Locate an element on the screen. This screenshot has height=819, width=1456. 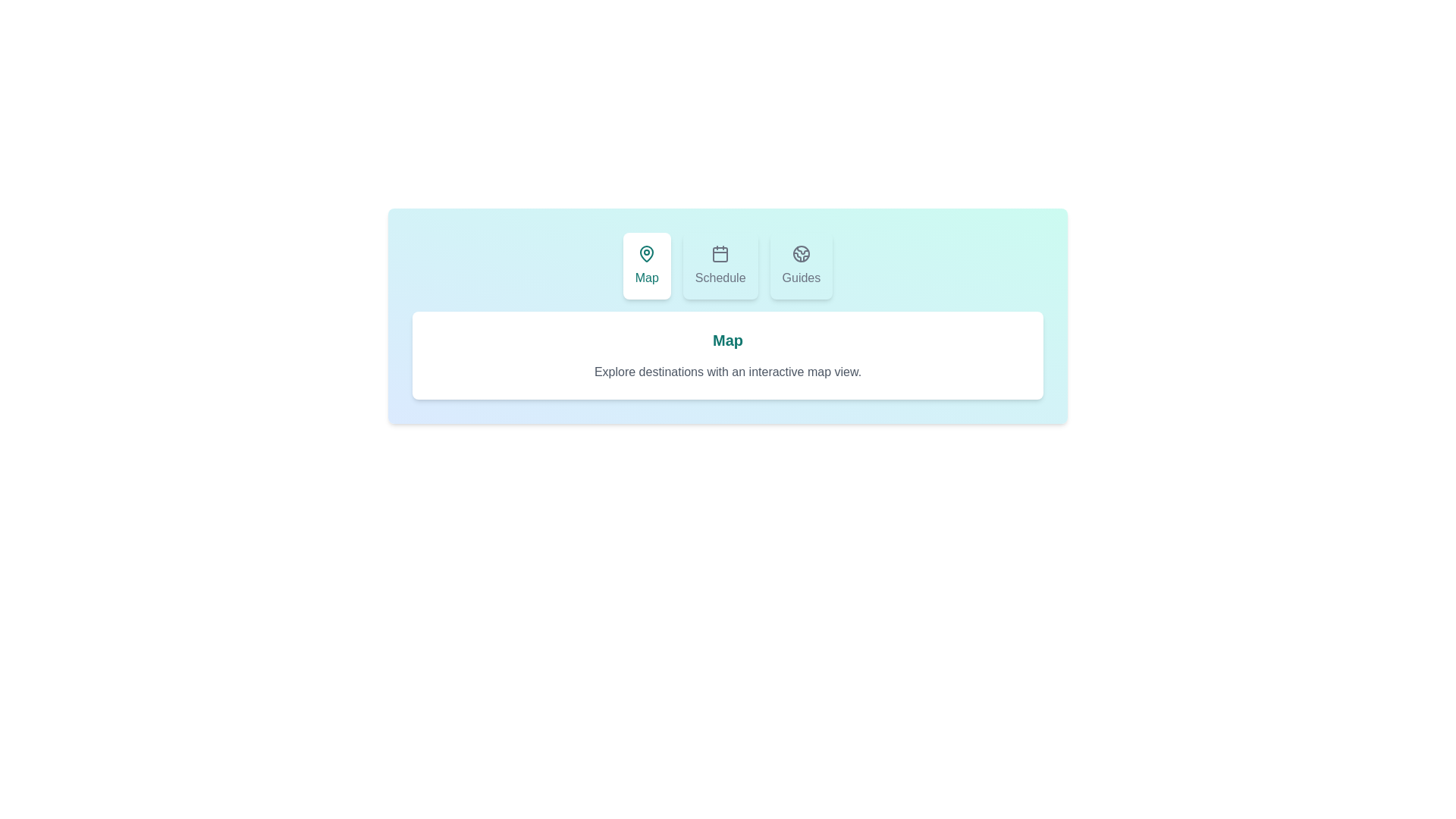
the Schedule button to observe its effects is located at coordinates (720, 265).